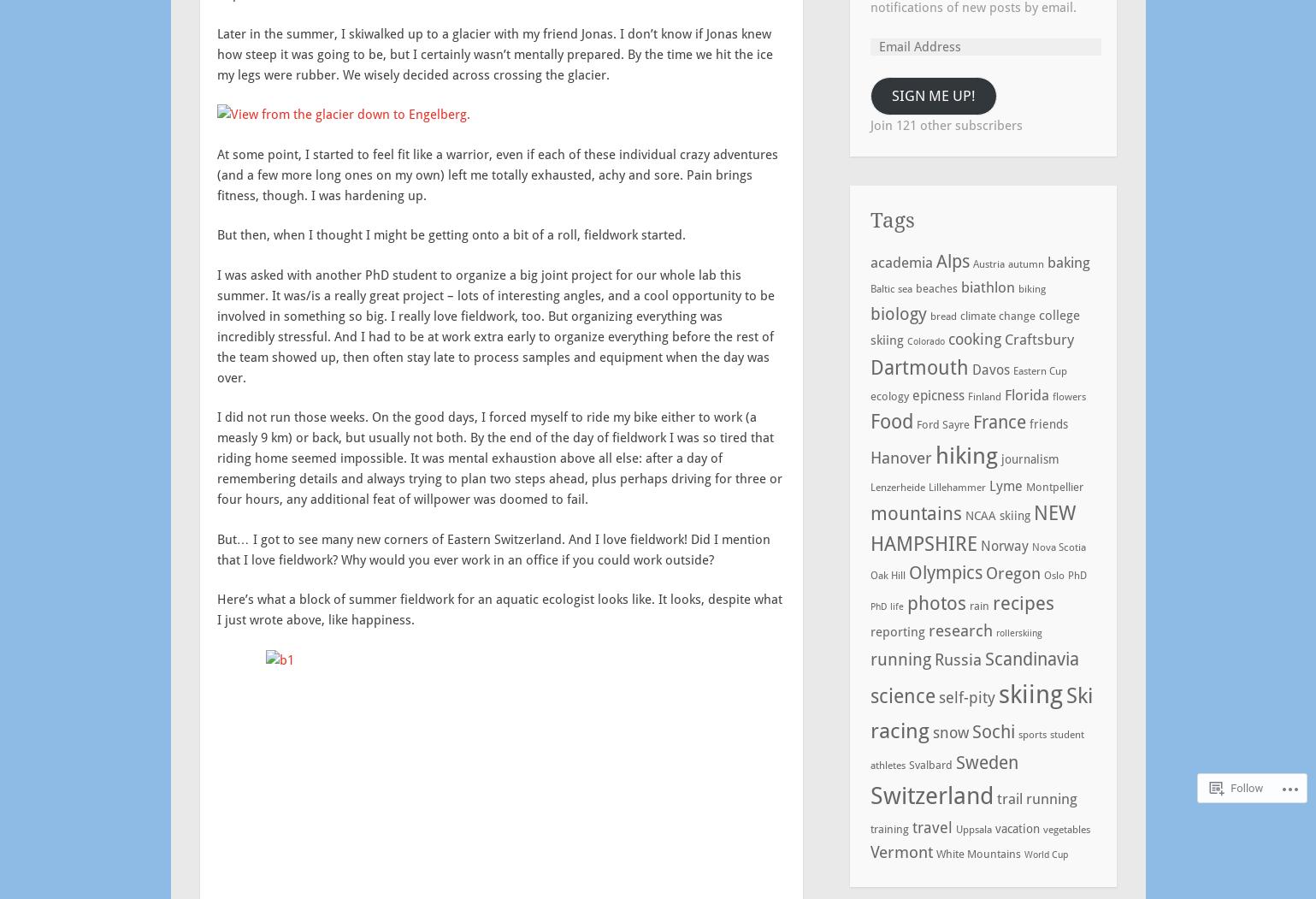 Image resolution: width=1316 pixels, height=899 pixels. What do you see at coordinates (494, 52) in the screenshot?
I see `'Later in the summer, I skiwalked up to a glacier with my friend Jonas. I don’t know if Jonas knew how steep it was going to be, but I certainly wasn’t mentally prepared. By the time we hit the ice my legs were rubber. We wisely decided across crossing the glacier.'` at bounding box center [494, 52].